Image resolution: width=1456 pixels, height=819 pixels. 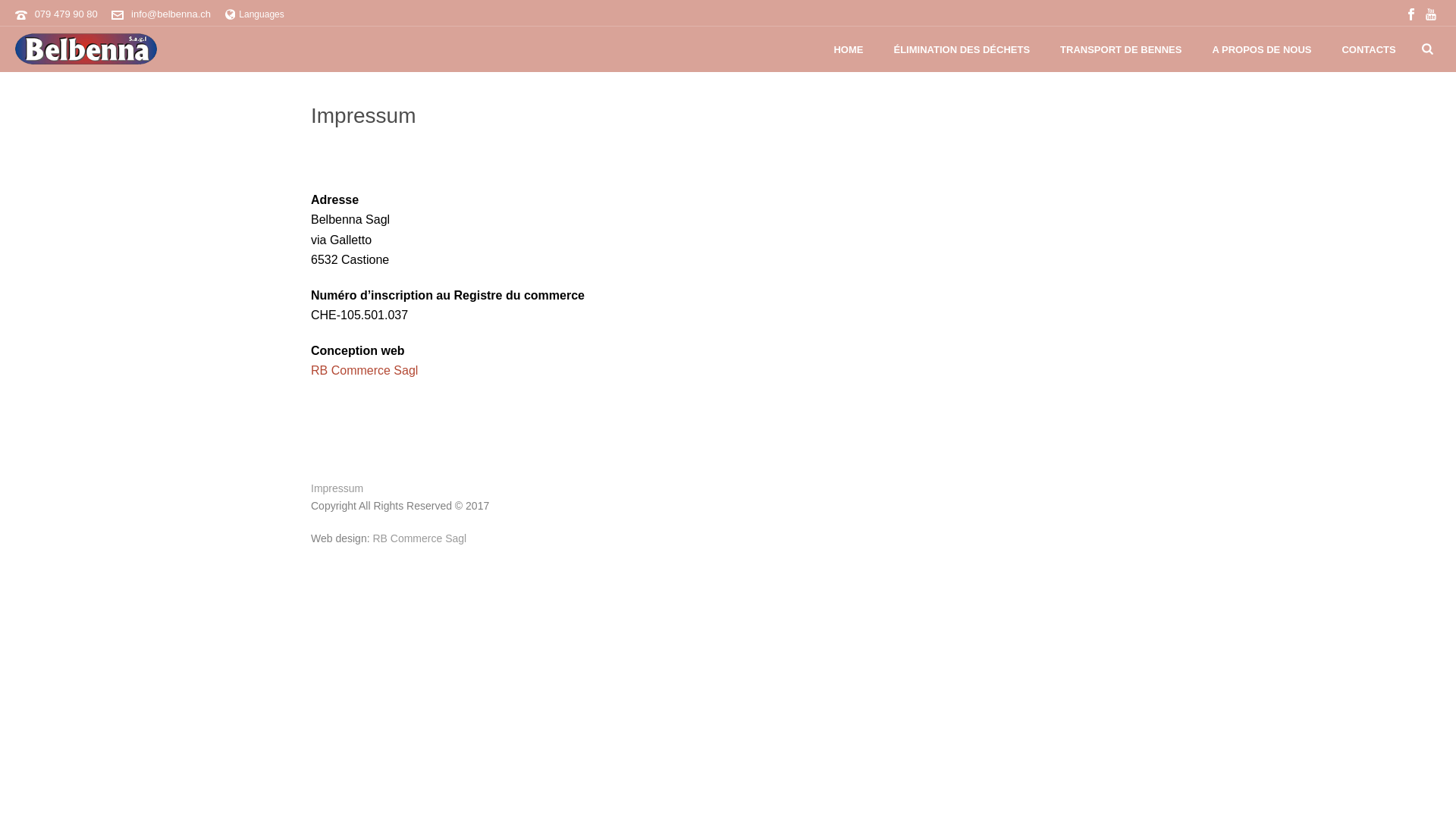 I want to click on 'A PROPOS DE NOUS', so click(x=1196, y=49).